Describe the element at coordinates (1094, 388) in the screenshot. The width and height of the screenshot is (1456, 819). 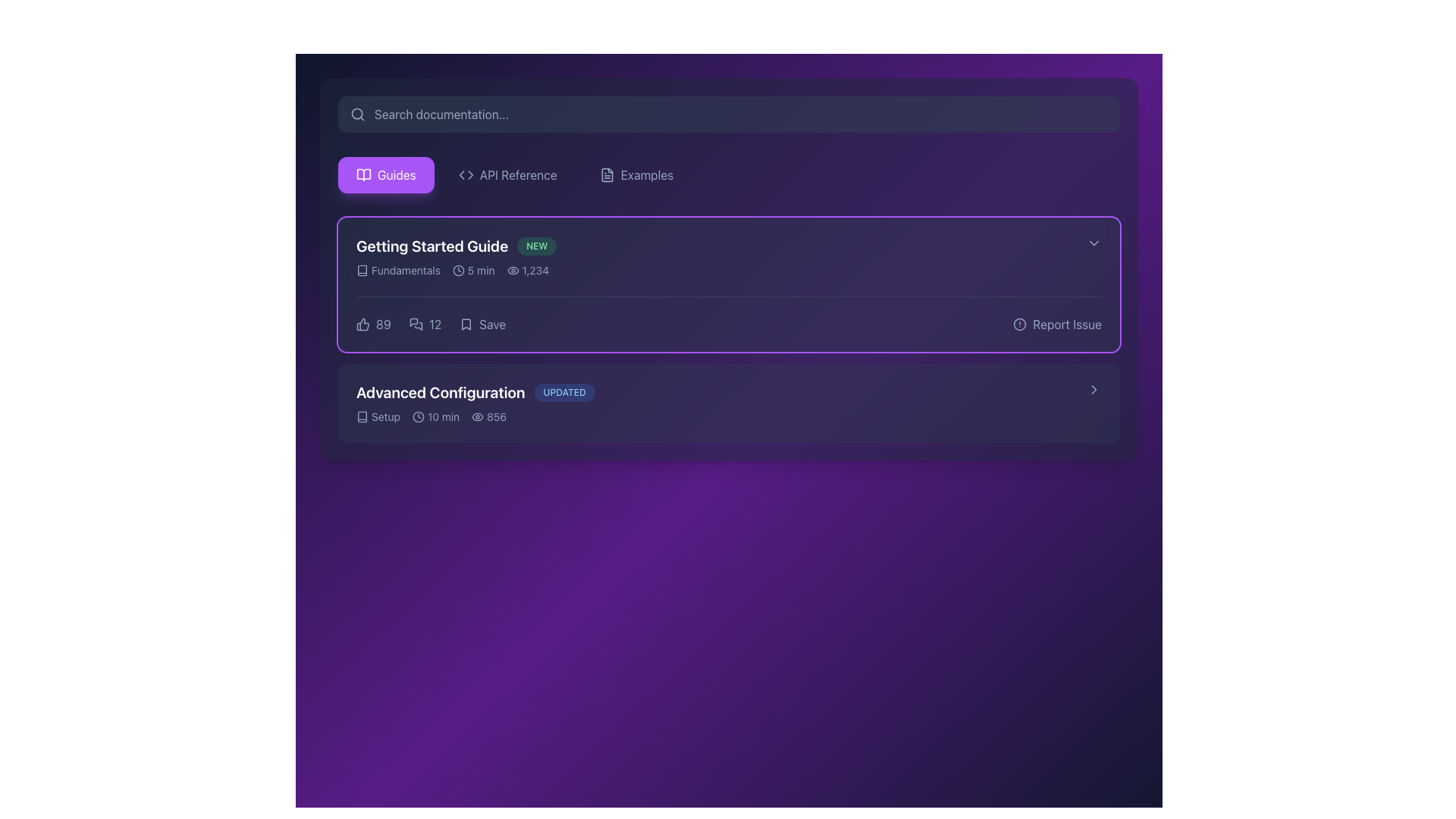
I see `right arrow part of the chevron icon located in the lower right corner of the second tile by using developer tools` at that location.